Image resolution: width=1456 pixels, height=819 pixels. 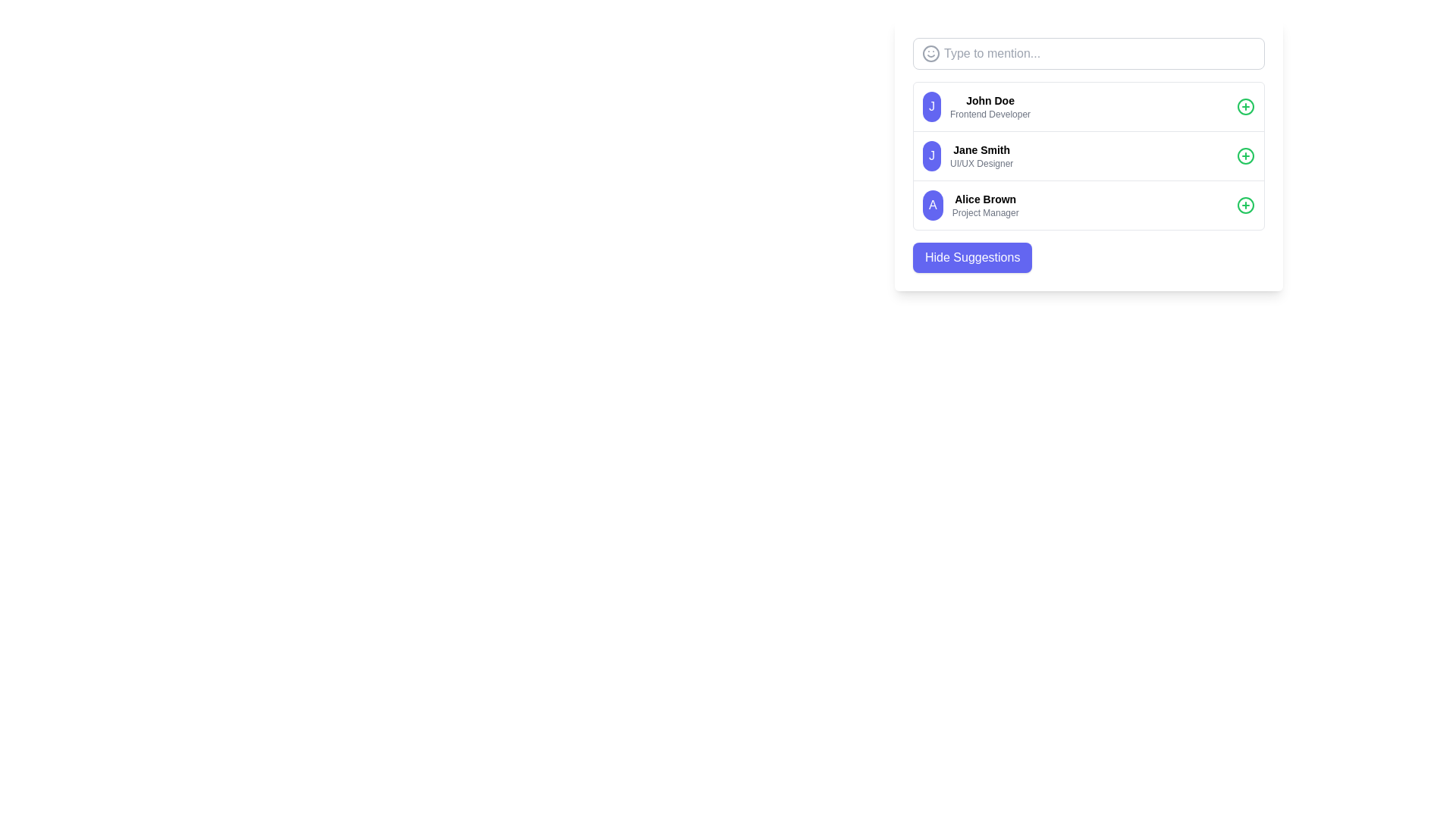 What do you see at coordinates (1245, 205) in the screenshot?
I see `the Circle-button located to the right of the 'Alice Brown' text in the suggestion list` at bounding box center [1245, 205].